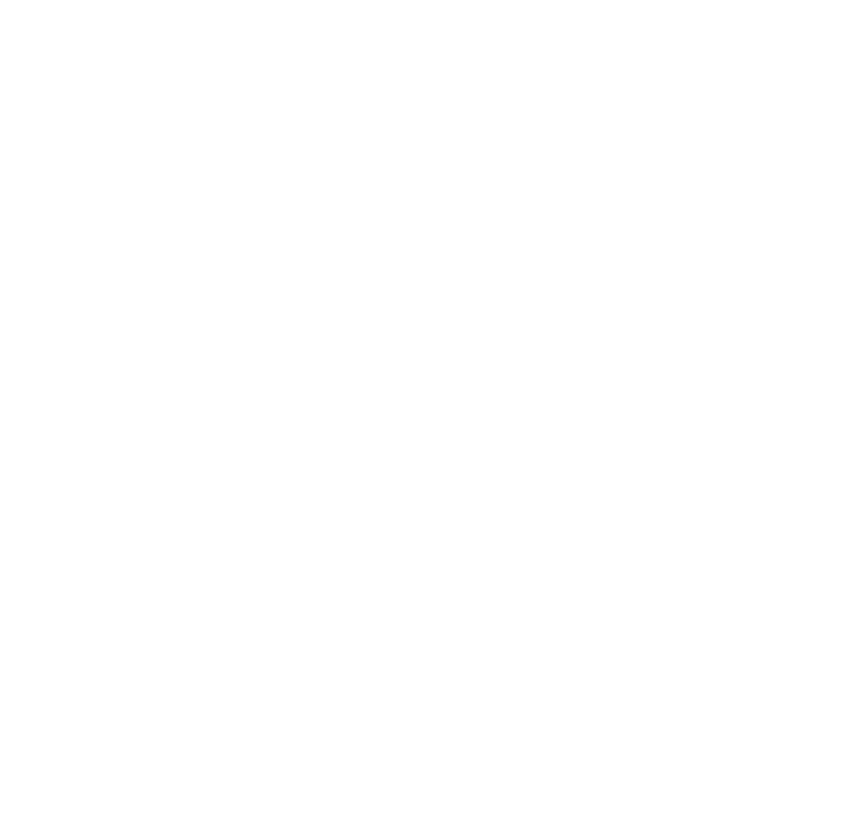 This screenshot has width=850, height=830. I want to click on 'Size', so click(455, 327).